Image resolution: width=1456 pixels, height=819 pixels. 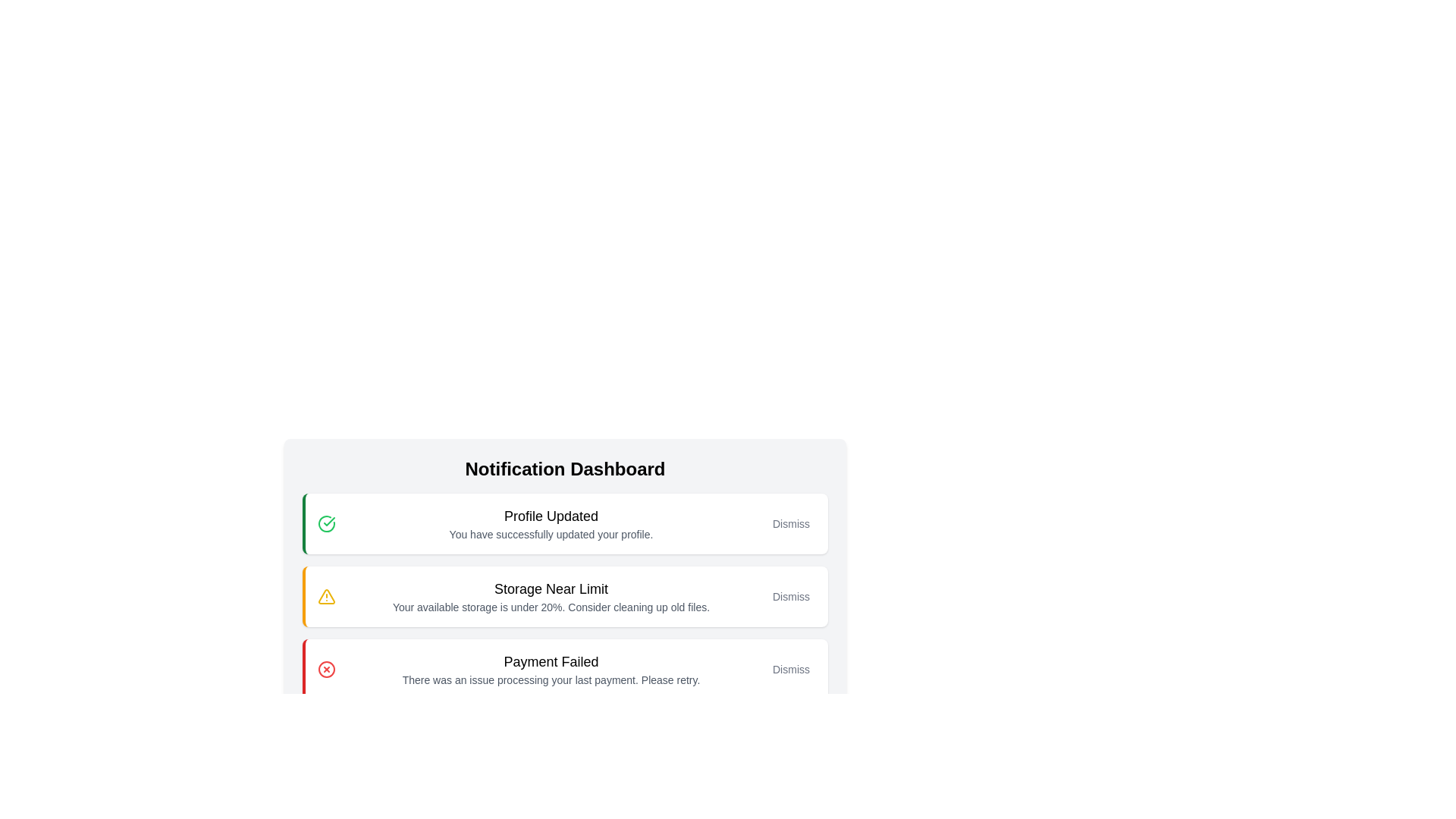 What do you see at coordinates (550, 607) in the screenshot?
I see `text label stating: 'Your available storage is under 20%. Consider cleaning up old files.' located within the notification panel titled 'Storage Near Limit'` at bounding box center [550, 607].